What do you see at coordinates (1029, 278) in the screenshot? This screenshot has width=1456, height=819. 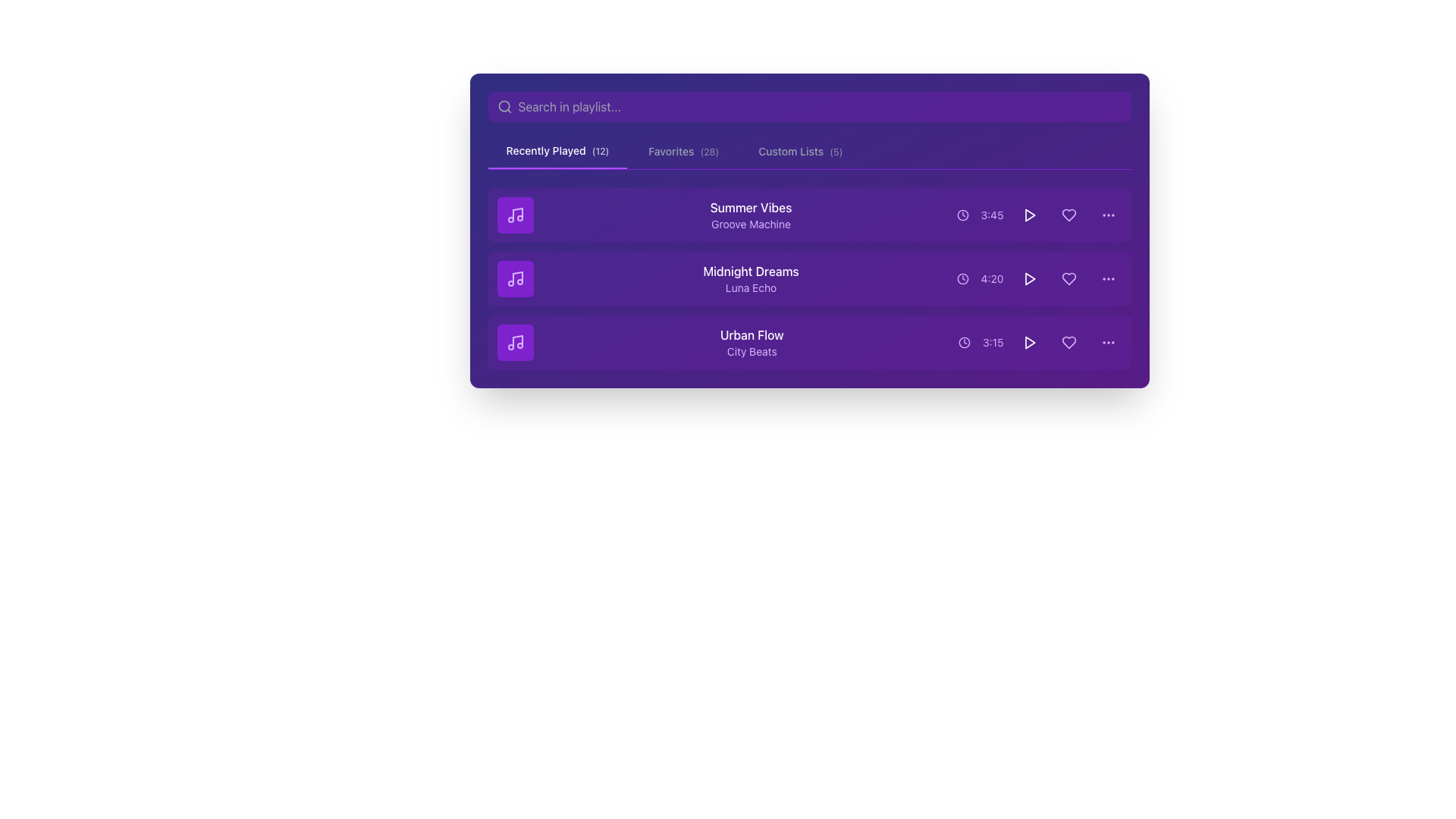 I see `the play button located in the second row of the playlist` at bounding box center [1029, 278].